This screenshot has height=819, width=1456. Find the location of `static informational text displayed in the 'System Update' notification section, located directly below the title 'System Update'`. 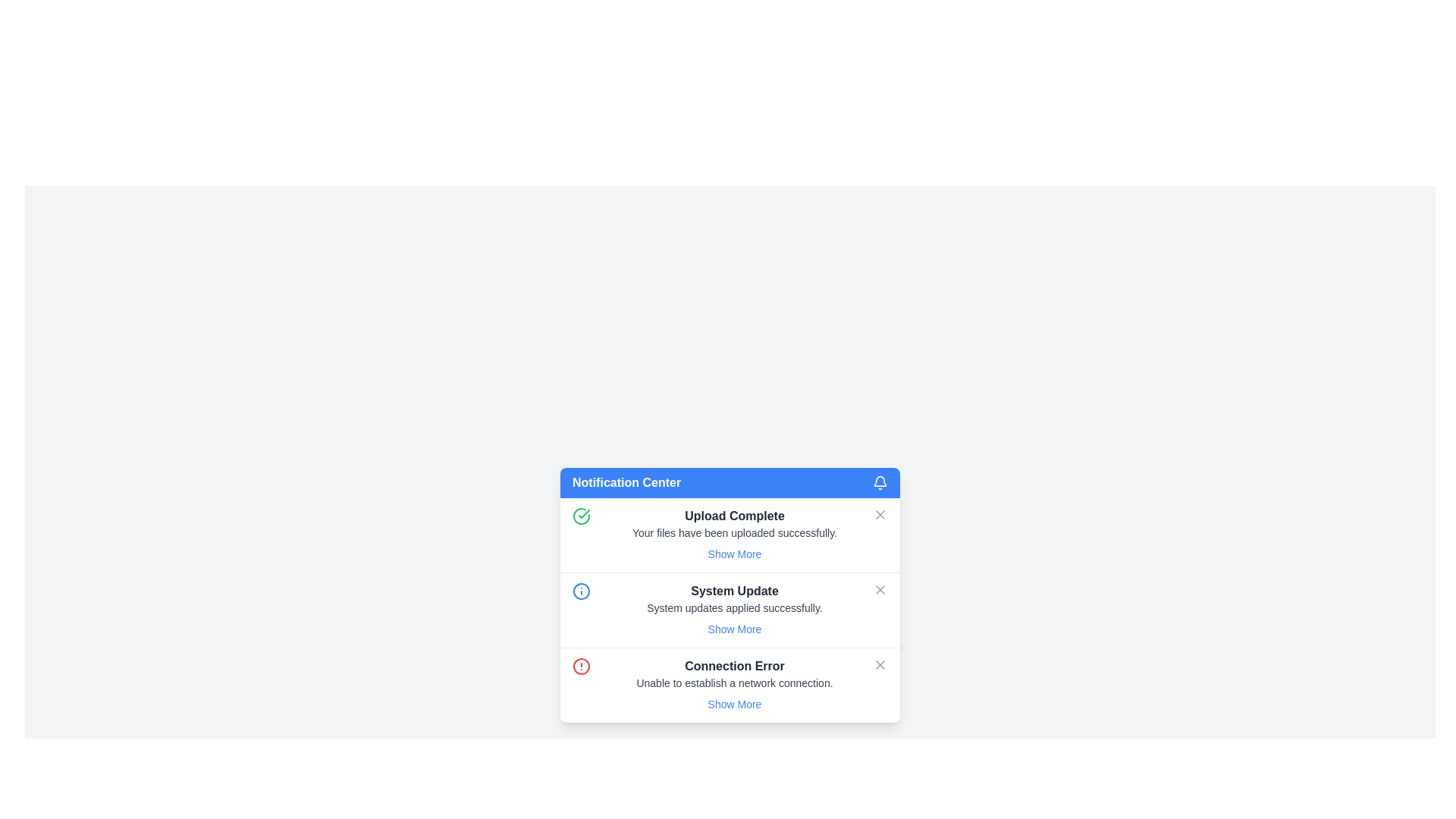

static informational text displayed in the 'System Update' notification section, located directly below the title 'System Update' is located at coordinates (735, 607).